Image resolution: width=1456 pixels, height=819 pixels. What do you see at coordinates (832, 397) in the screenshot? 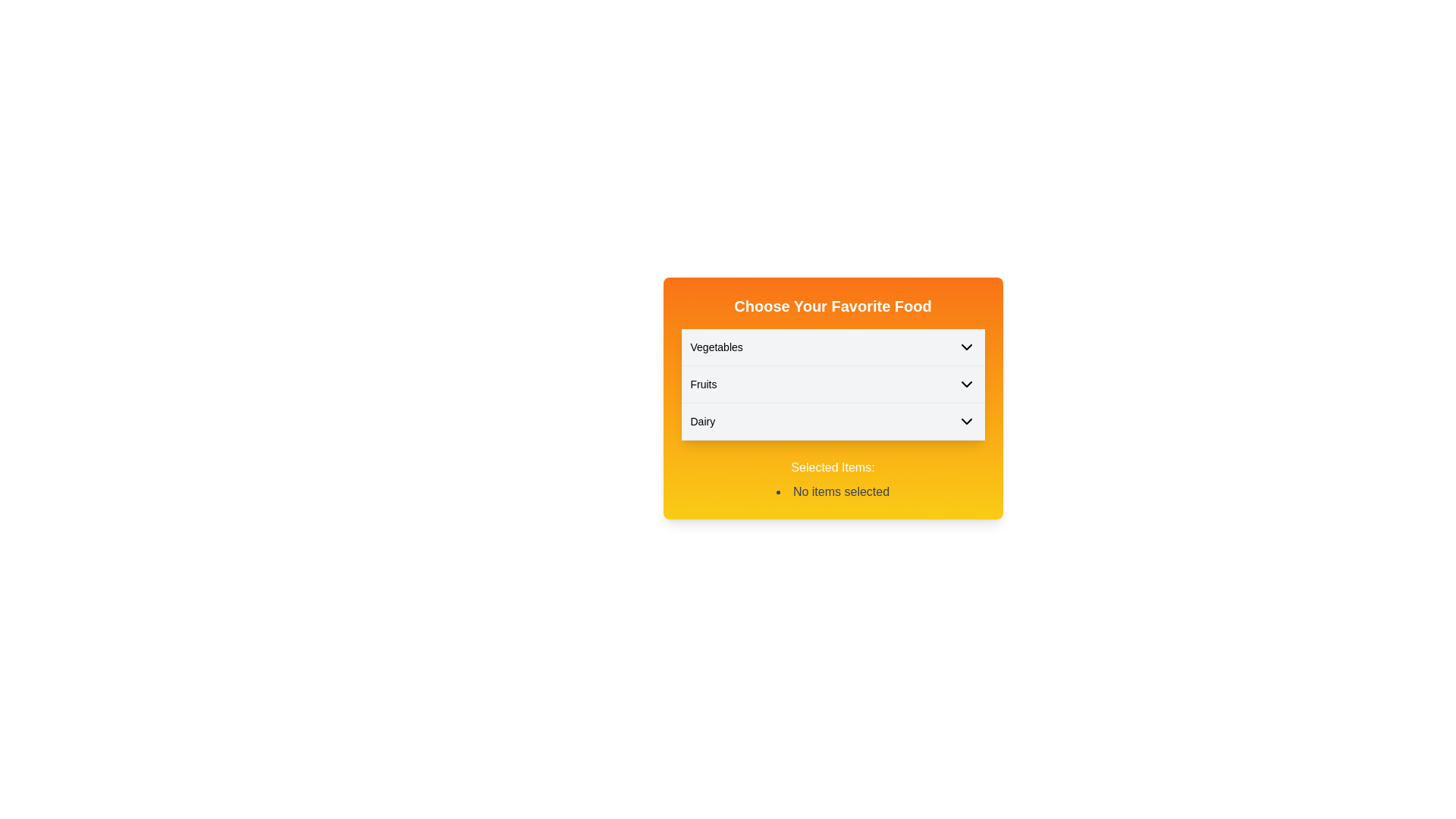
I see `the dropdown menu` at bounding box center [832, 397].